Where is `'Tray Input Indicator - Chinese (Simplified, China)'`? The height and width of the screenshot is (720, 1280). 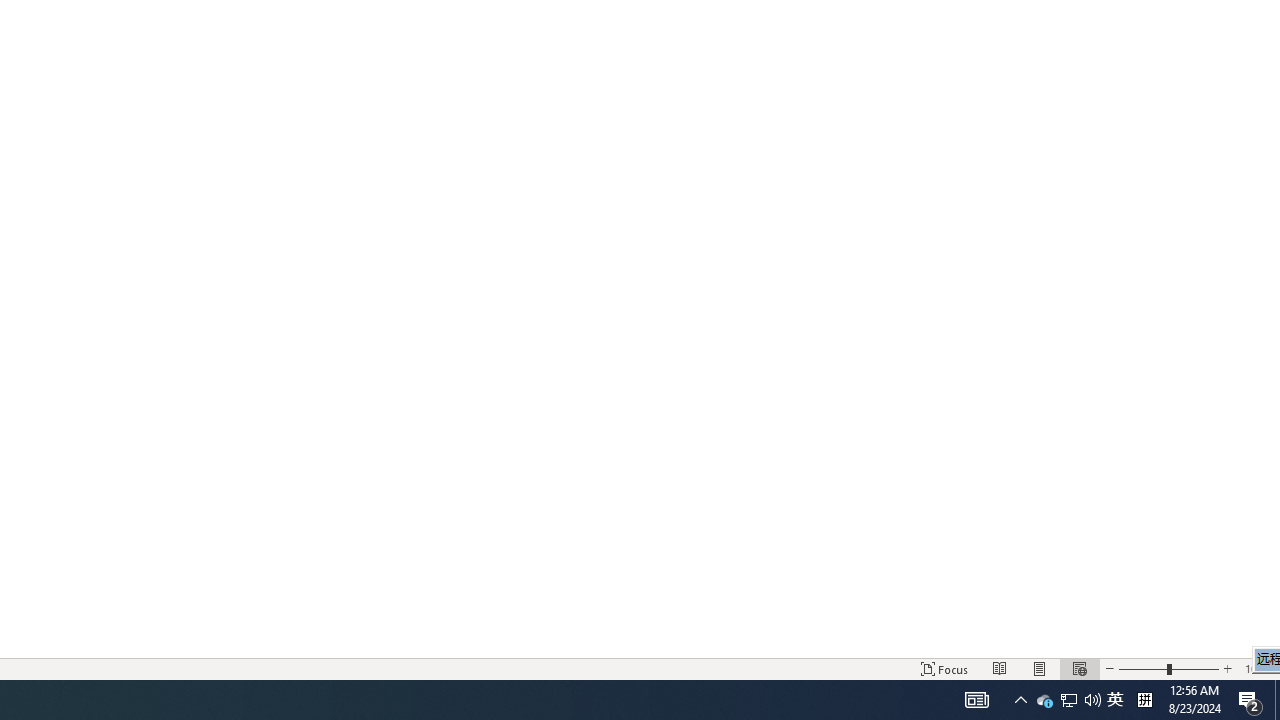 'Tray Input Indicator - Chinese (Simplified, China)' is located at coordinates (1144, 698).